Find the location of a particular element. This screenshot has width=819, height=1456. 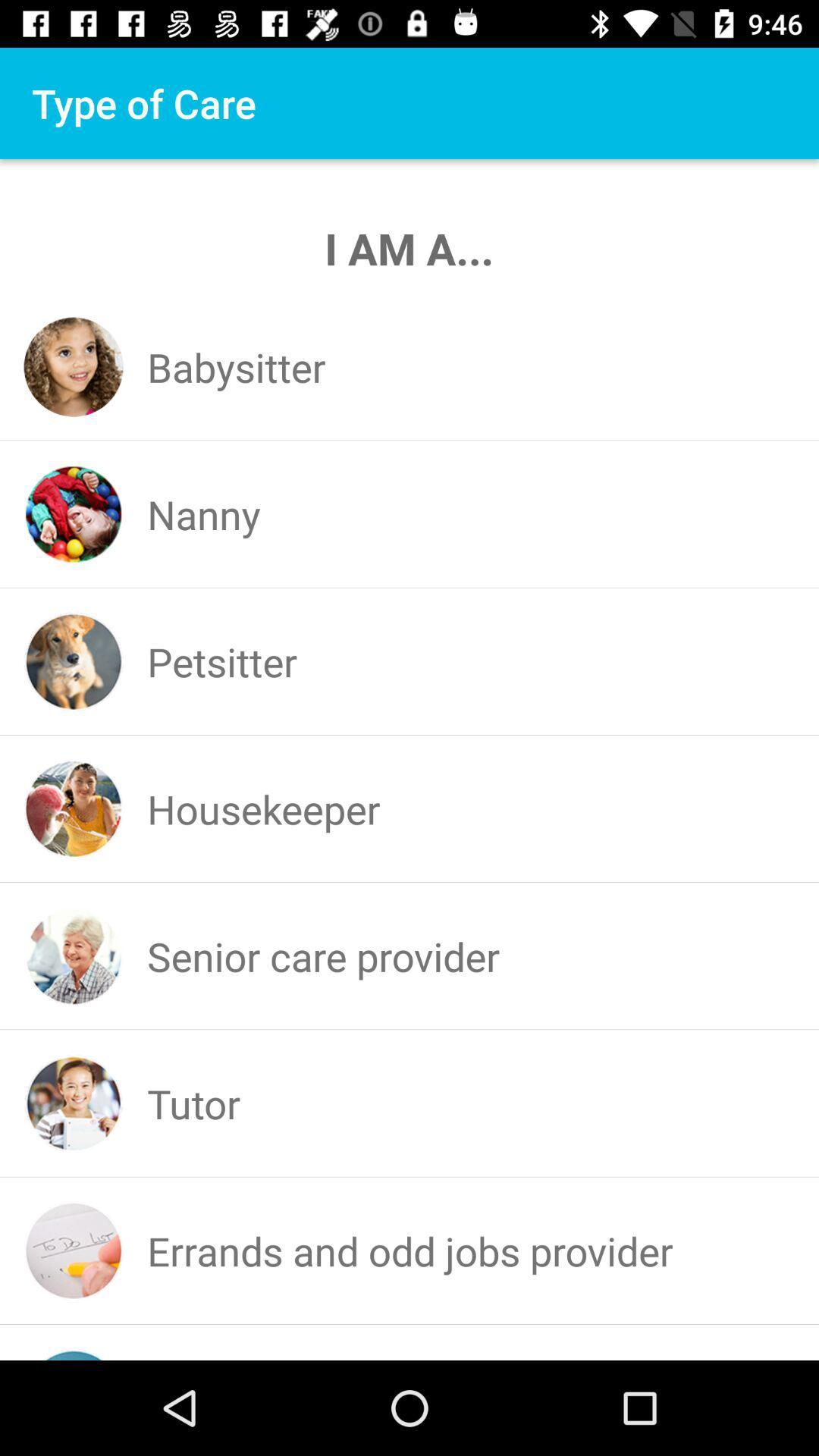

the tutor icon is located at coordinates (193, 1103).